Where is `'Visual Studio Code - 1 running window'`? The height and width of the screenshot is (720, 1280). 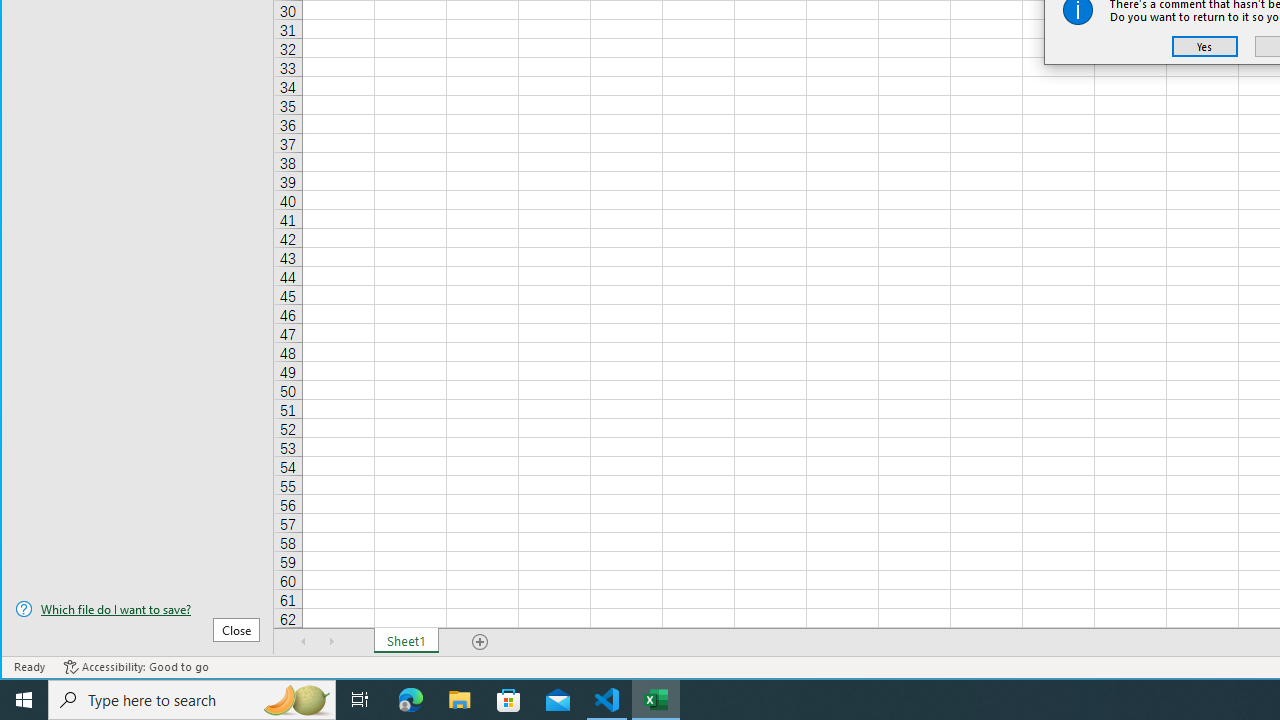
'Visual Studio Code - 1 running window' is located at coordinates (606, 698).